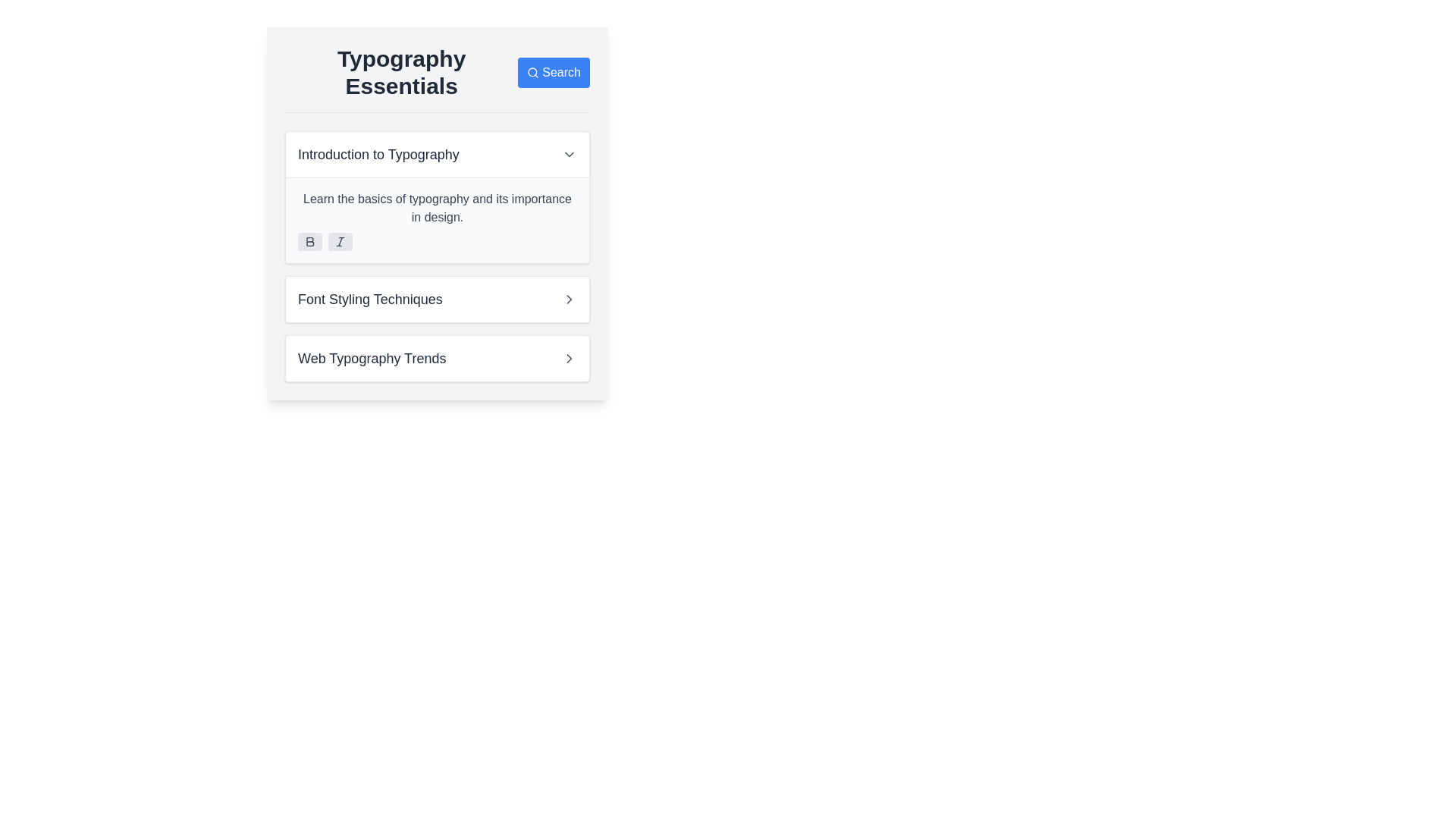 This screenshot has width=1456, height=819. What do you see at coordinates (340, 241) in the screenshot?
I see `the second interactive button for italic styling located under the 'Introduction to Typography' section` at bounding box center [340, 241].